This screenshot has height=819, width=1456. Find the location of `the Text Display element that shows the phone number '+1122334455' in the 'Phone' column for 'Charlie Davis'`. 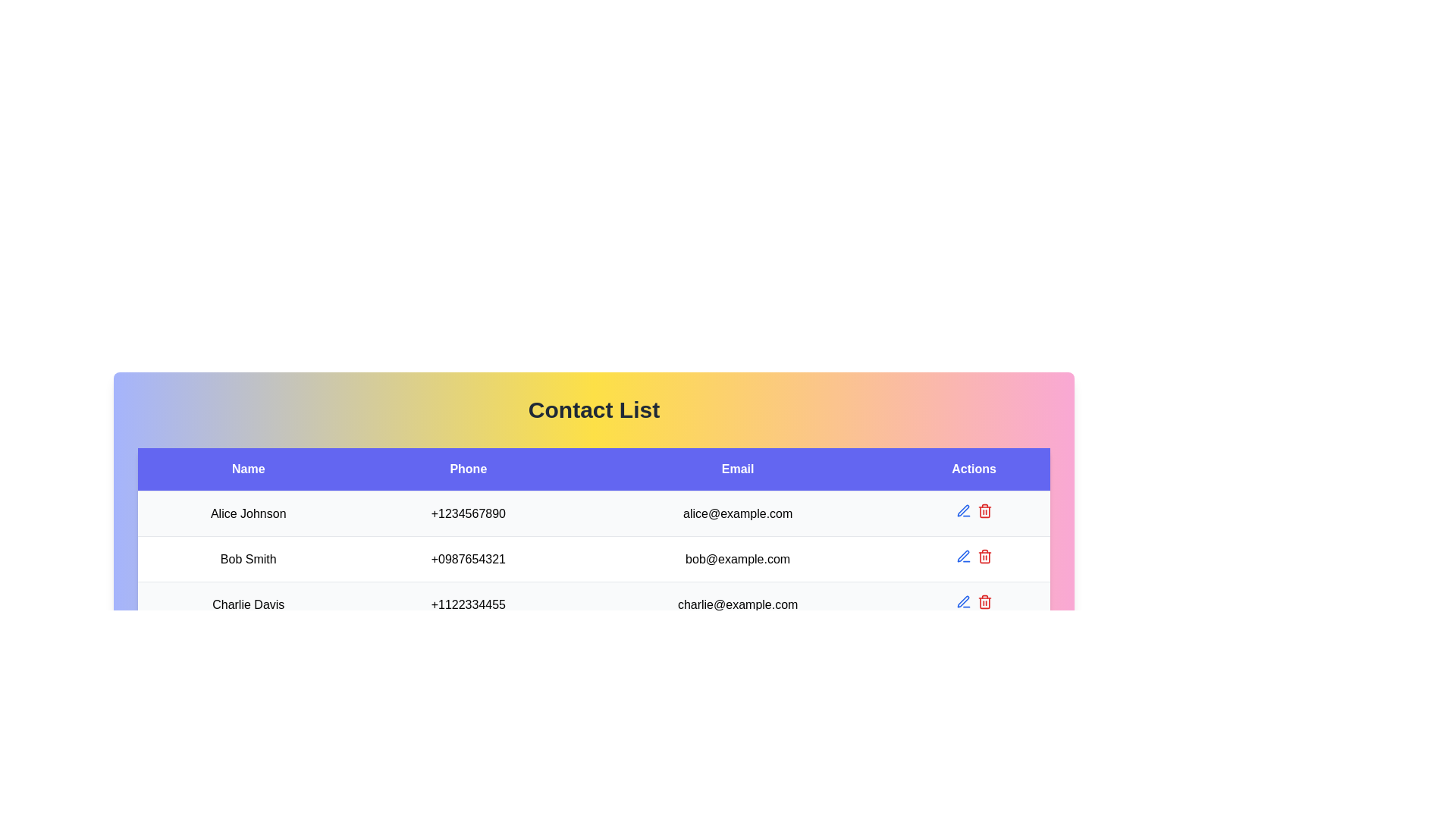

the Text Display element that shows the phone number '+1122334455' in the 'Phone' column for 'Charlie Davis' is located at coordinates (467, 604).